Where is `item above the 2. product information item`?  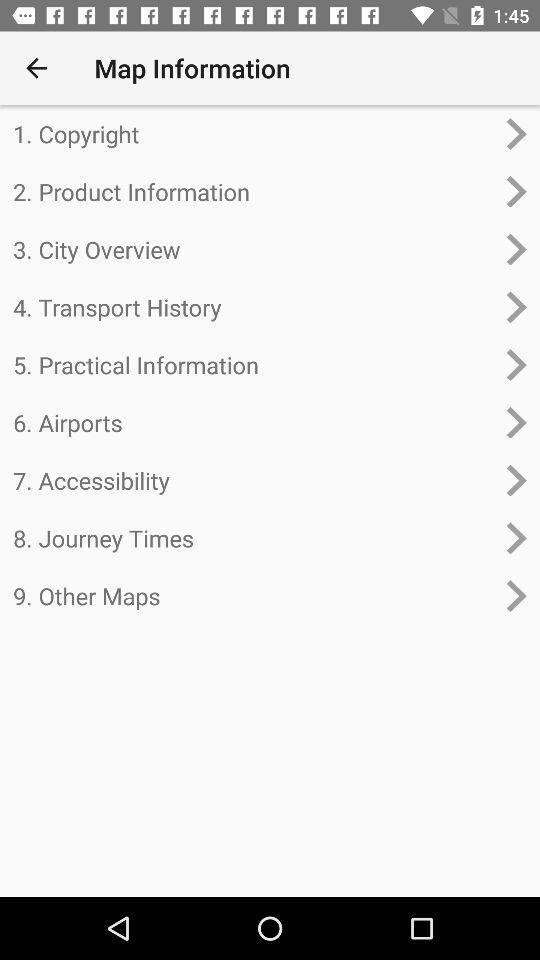 item above the 2. product information item is located at coordinates (253, 133).